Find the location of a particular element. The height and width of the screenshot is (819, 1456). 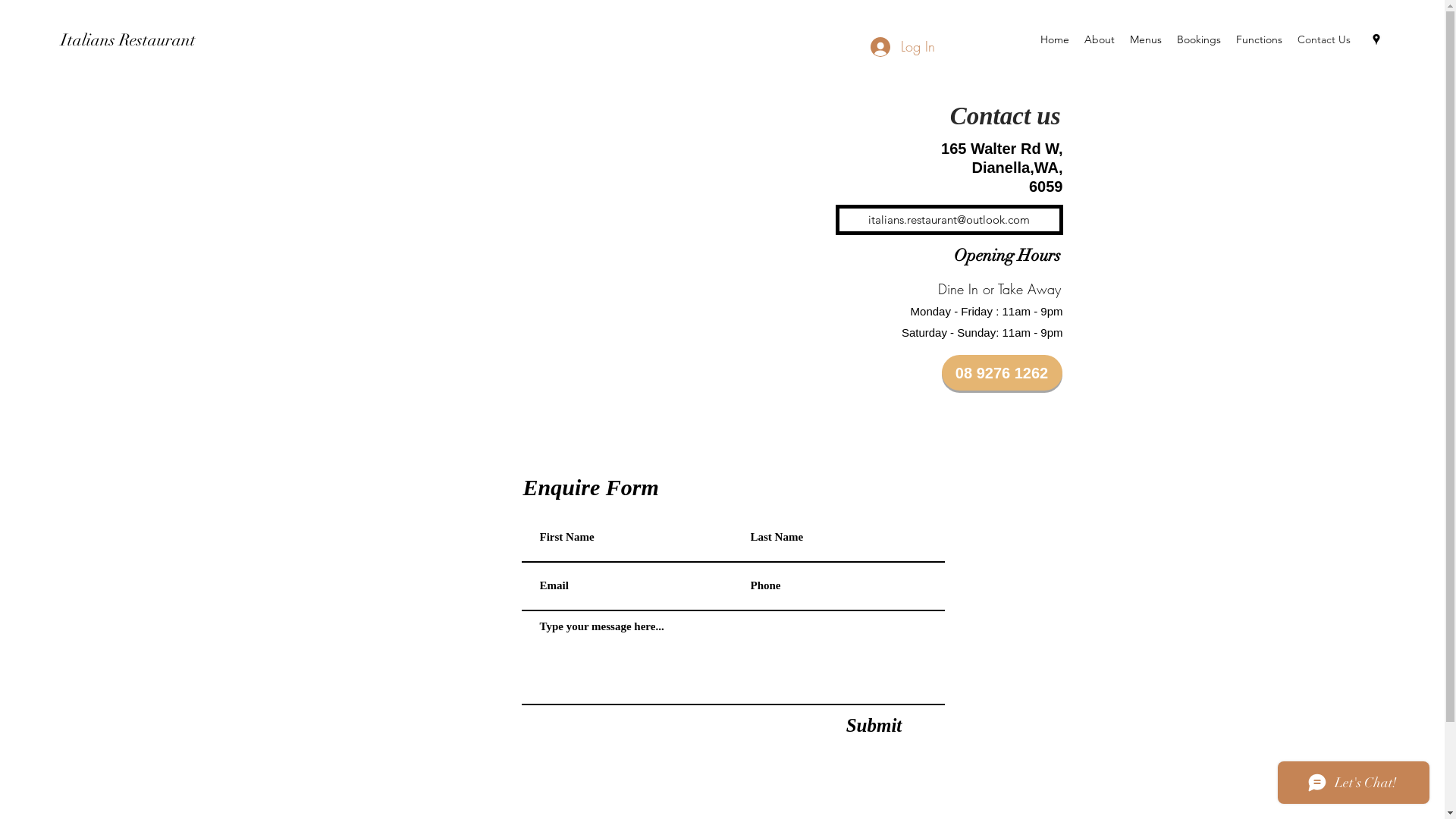

'italians.restaurant@outlook.com' is located at coordinates (949, 219).